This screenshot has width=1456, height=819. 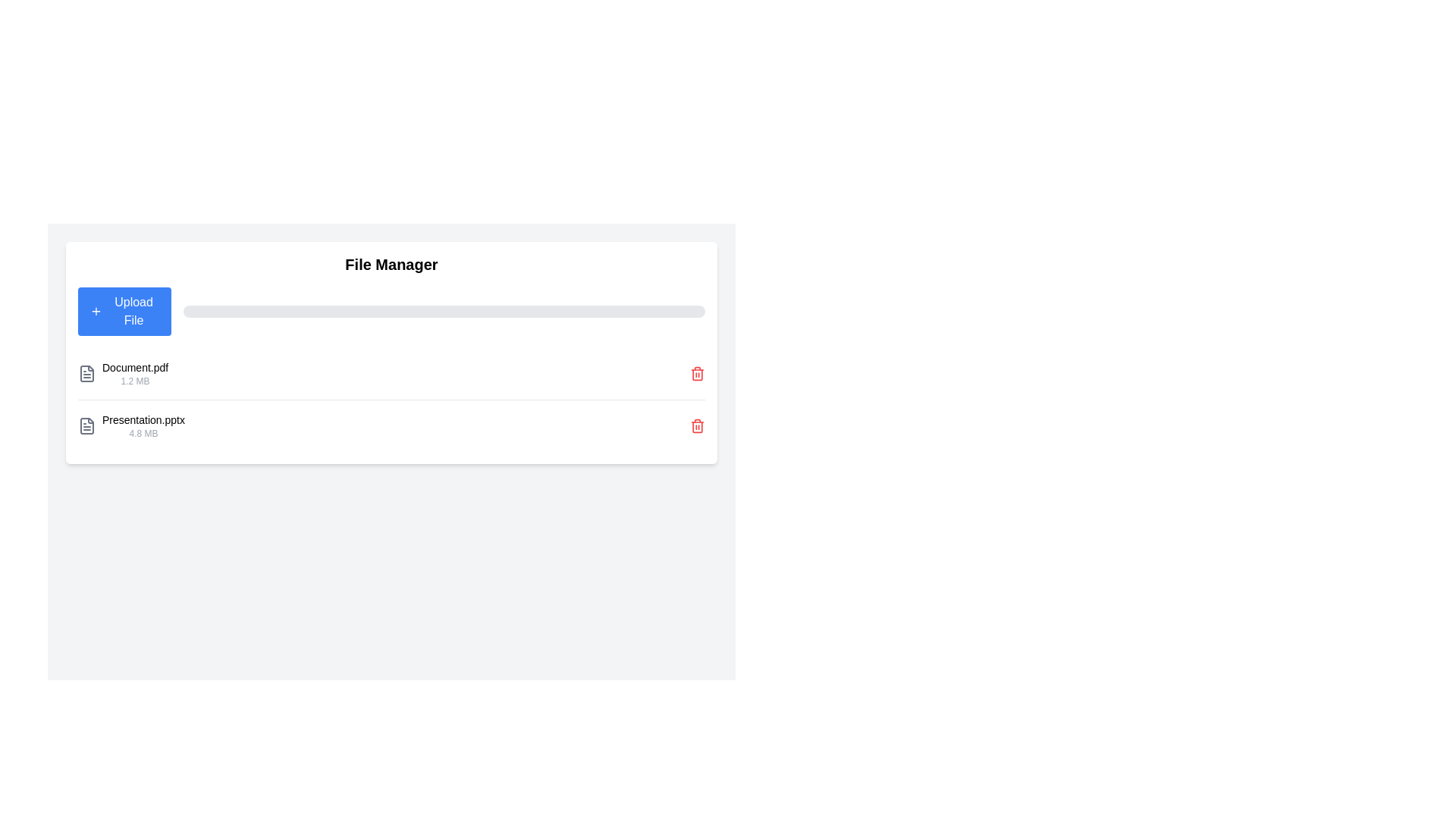 I want to click on the text display component showing 'Document.pdf' and '1.2 MB' to select it, which is, so click(x=135, y=374).